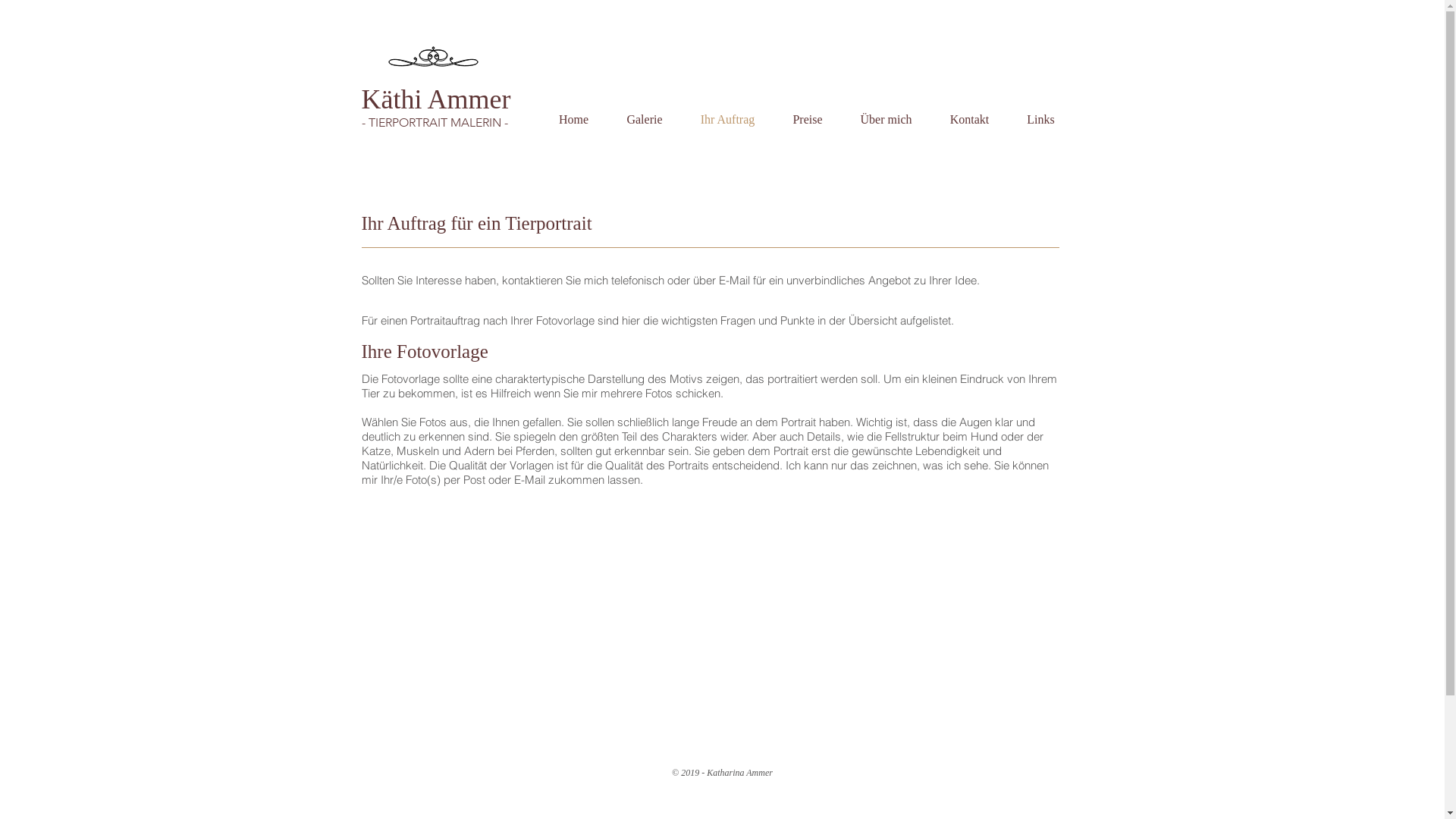 The width and height of the screenshot is (1456, 819). I want to click on 'Links', so click(1040, 119).